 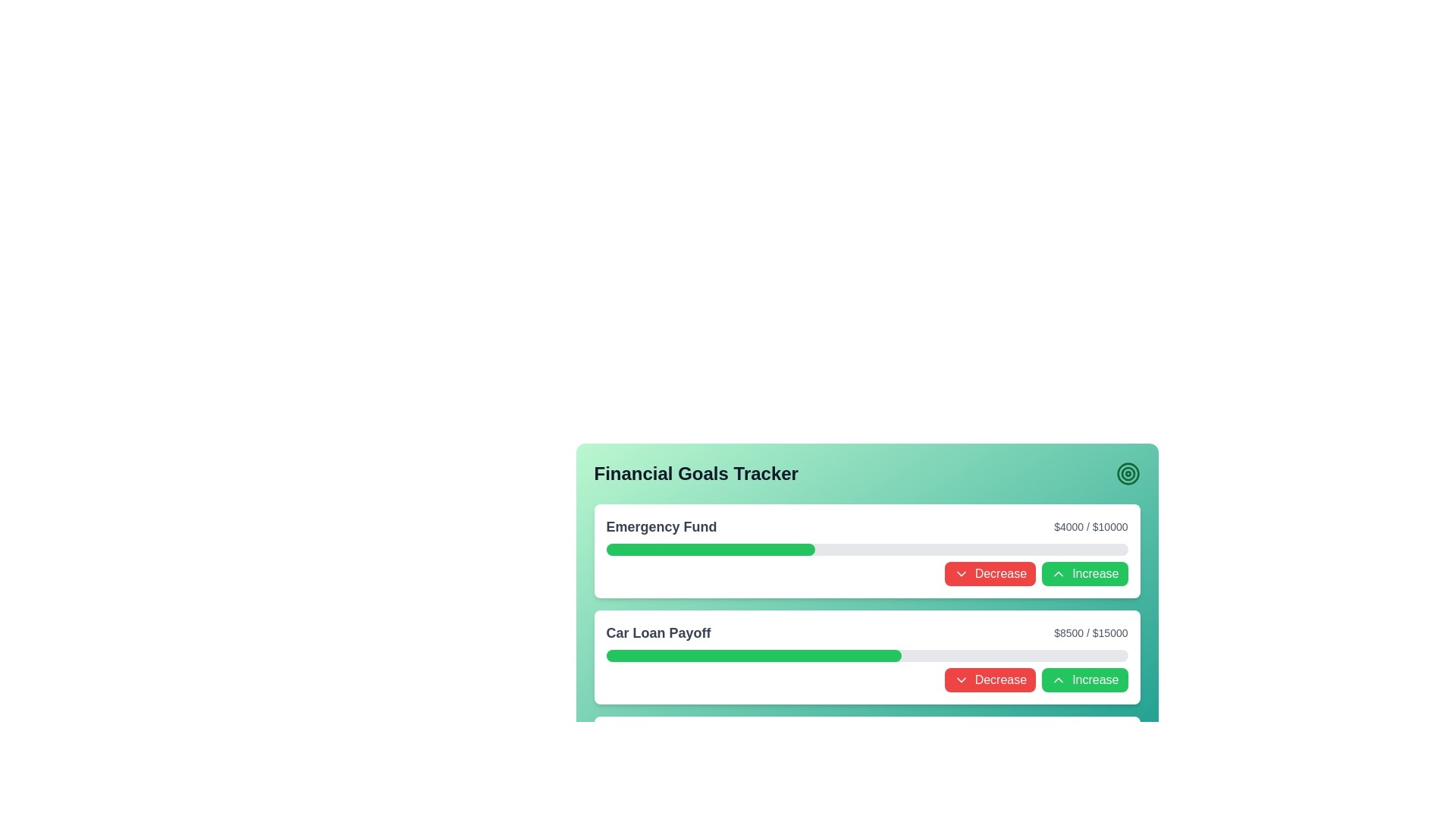 What do you see at coordinates (867, 550) in the screenshot?
I see `the Progress Bar that visually represents the financial goal labeled as 'Emergency Fund', which is located below the text indicating the goal amount and above the buttons labeled 'Decrease' and 'Increase'` at bounding box center [867, 550].